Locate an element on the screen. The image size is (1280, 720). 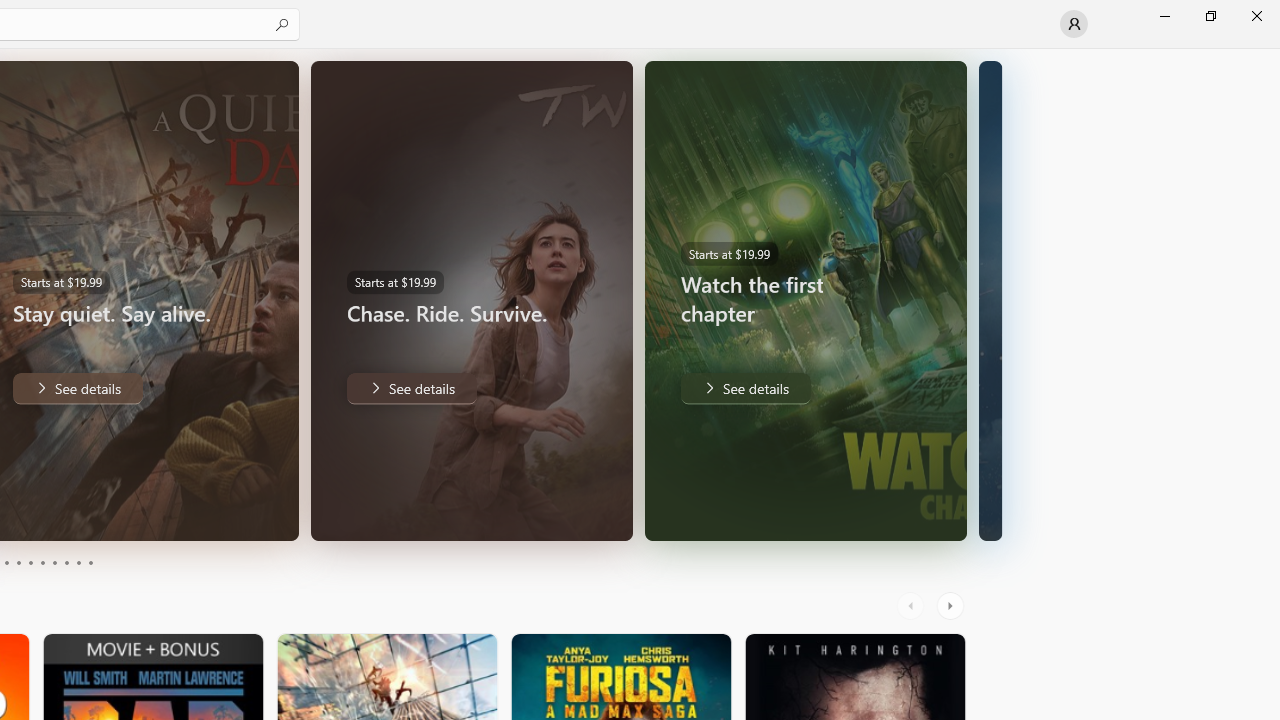
'Page 5' is located at coordinates (30, 563).